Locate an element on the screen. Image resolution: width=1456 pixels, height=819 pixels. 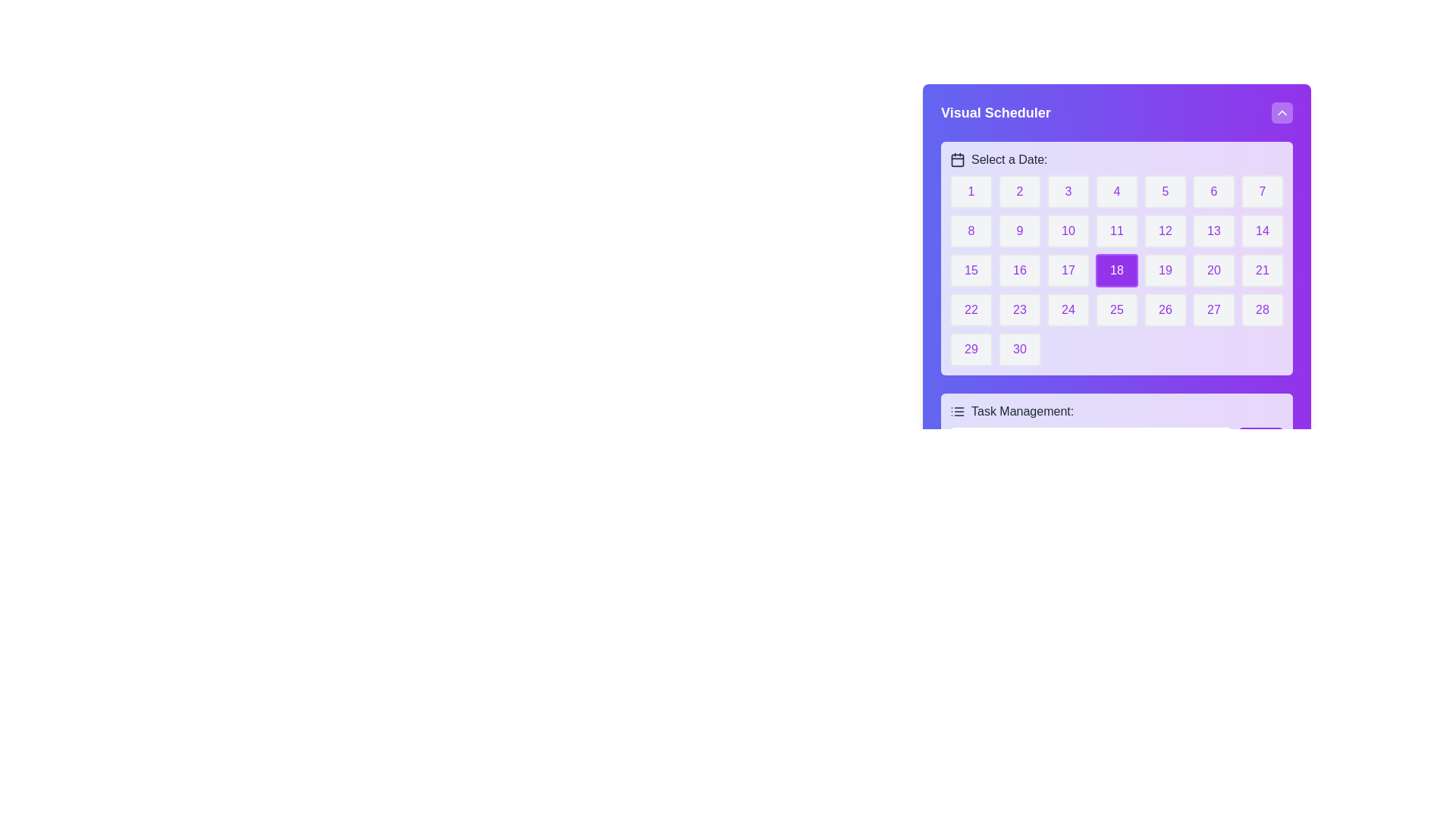
the button displaying the number '28' with purple text, located in the fourth row and seventh column of the date selection grid in the 'Visual Scheduler' panel is located at coordinates (1263, 309).